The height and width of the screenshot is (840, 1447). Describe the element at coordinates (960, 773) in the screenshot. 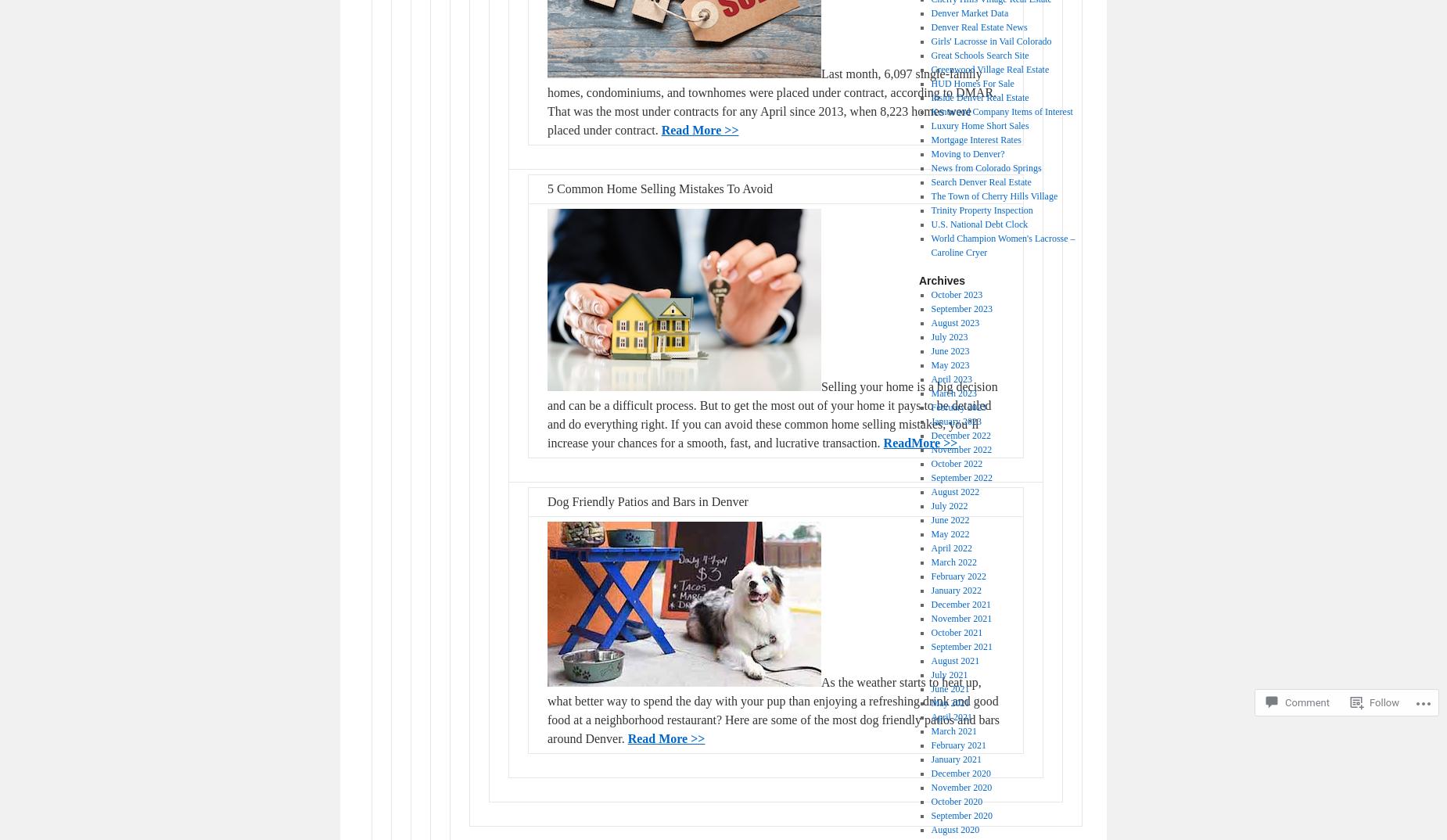

I see `'December 2020'` at that location.